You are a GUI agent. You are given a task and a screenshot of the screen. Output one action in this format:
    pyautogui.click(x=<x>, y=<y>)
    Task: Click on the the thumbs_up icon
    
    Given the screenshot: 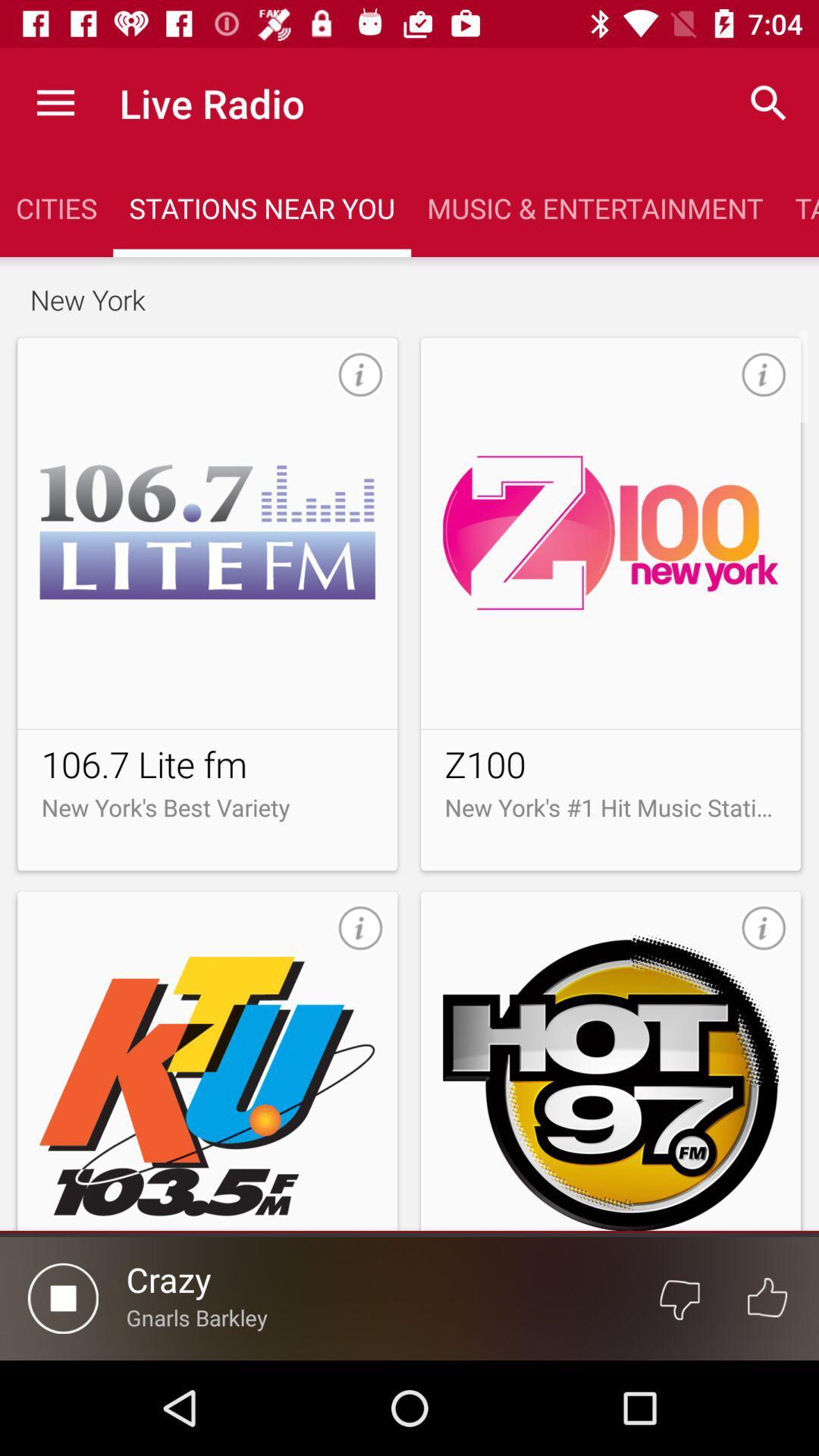 What is the action you would take?
    pyautogui.click(x=767, y=1298)
    